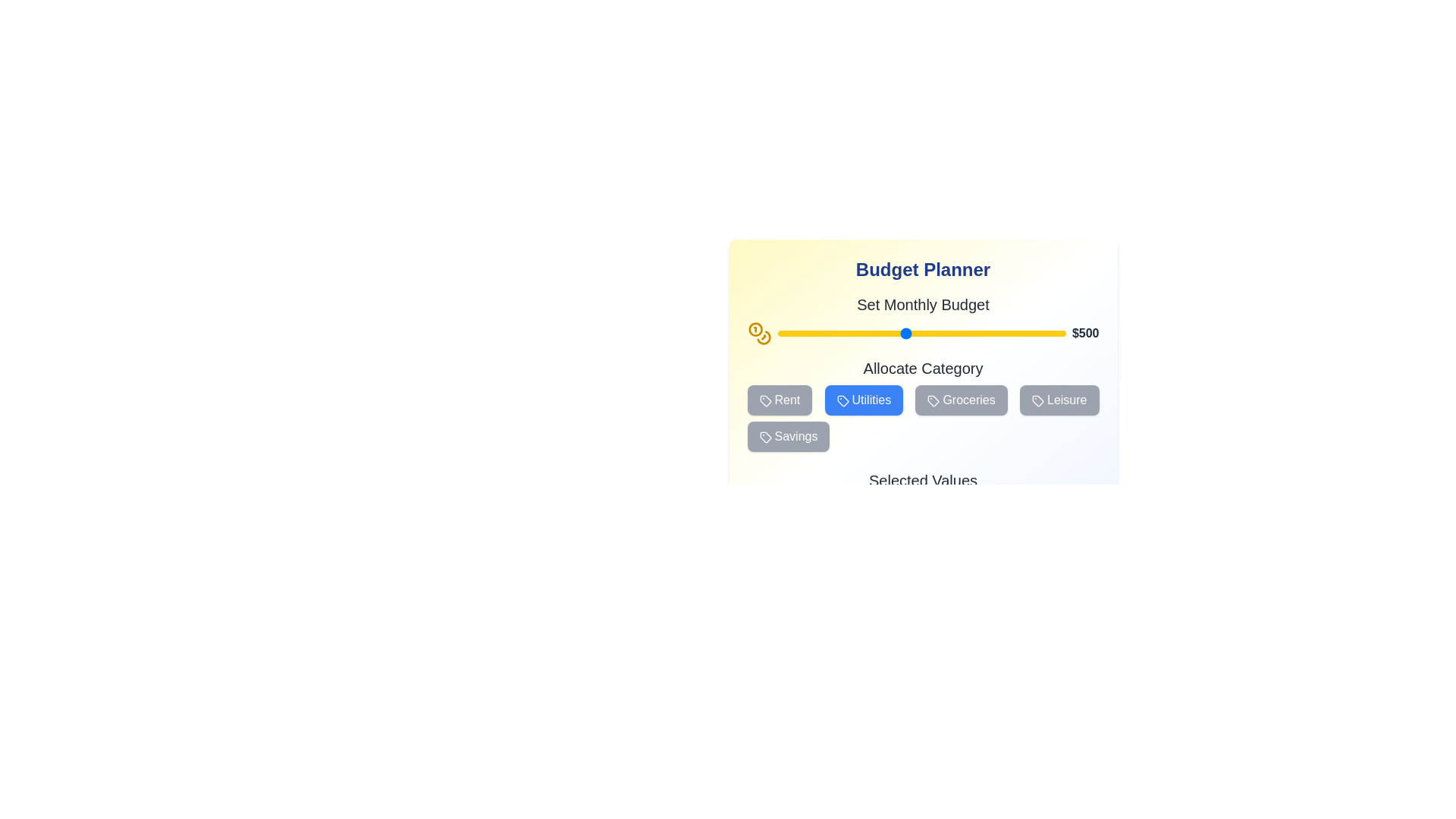 Image resolution: width=1456 pixels, height=819 pixels. Describe the element at coordinates (855, 332) in the screenshot. I see `the slider` at that location.